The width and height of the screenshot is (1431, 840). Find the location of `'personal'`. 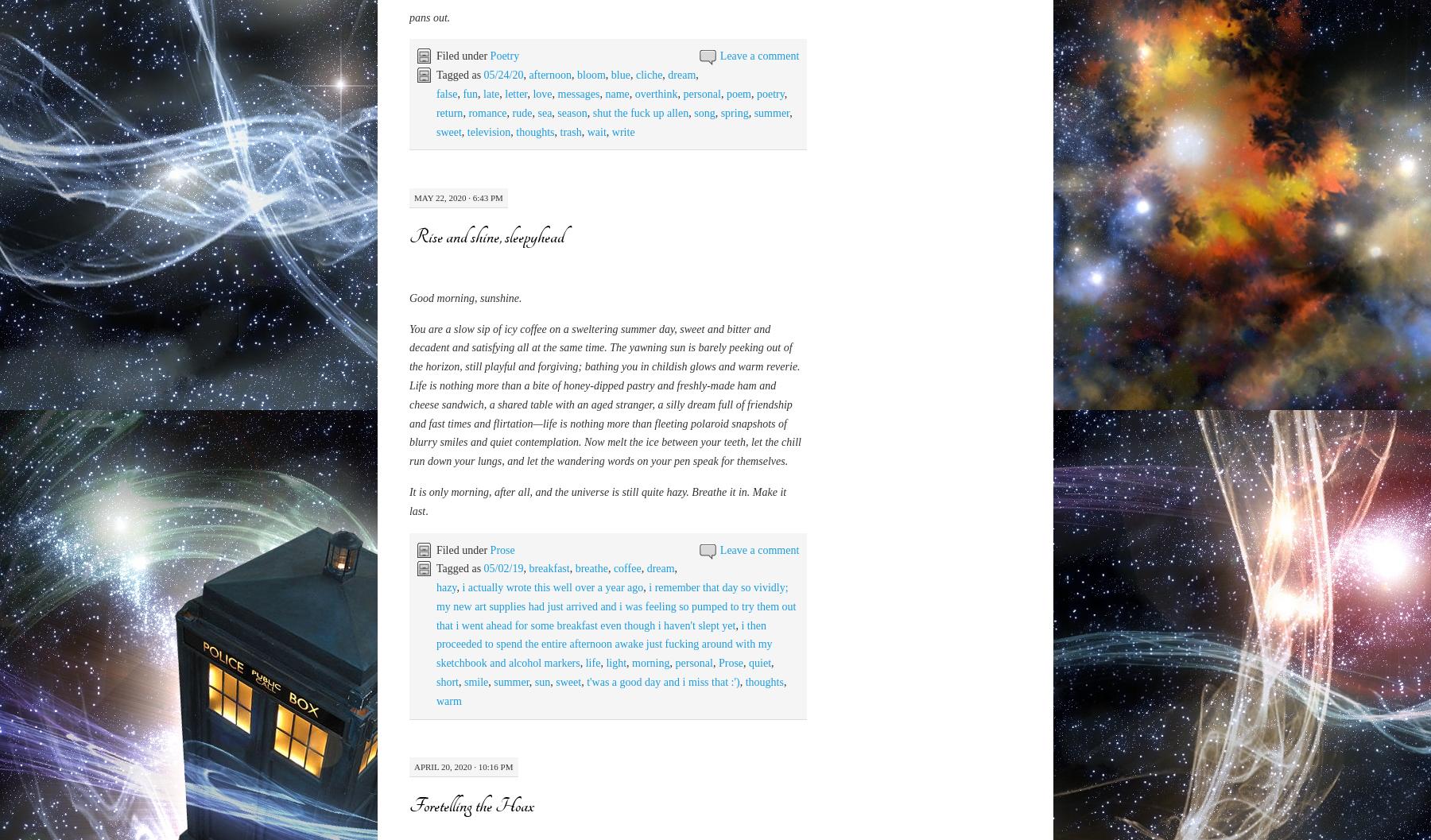

'personal' is located at coordinates (682, 737).